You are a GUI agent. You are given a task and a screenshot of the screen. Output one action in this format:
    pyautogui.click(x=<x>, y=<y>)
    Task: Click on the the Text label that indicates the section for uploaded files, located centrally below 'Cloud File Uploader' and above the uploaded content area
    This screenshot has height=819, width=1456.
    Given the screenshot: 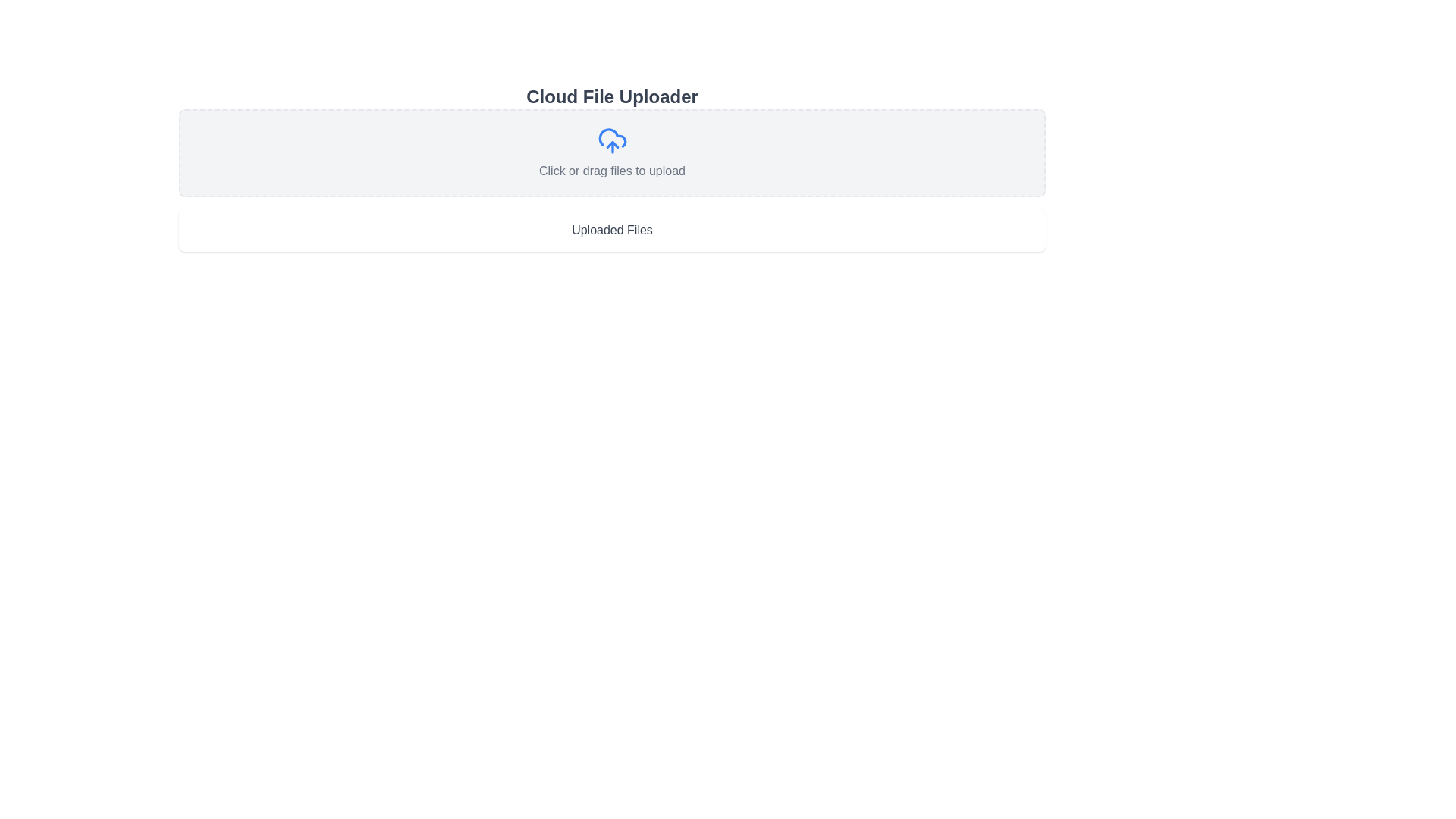 What is the action you would take?
    pyautogui.click(x=612, y=231)
    